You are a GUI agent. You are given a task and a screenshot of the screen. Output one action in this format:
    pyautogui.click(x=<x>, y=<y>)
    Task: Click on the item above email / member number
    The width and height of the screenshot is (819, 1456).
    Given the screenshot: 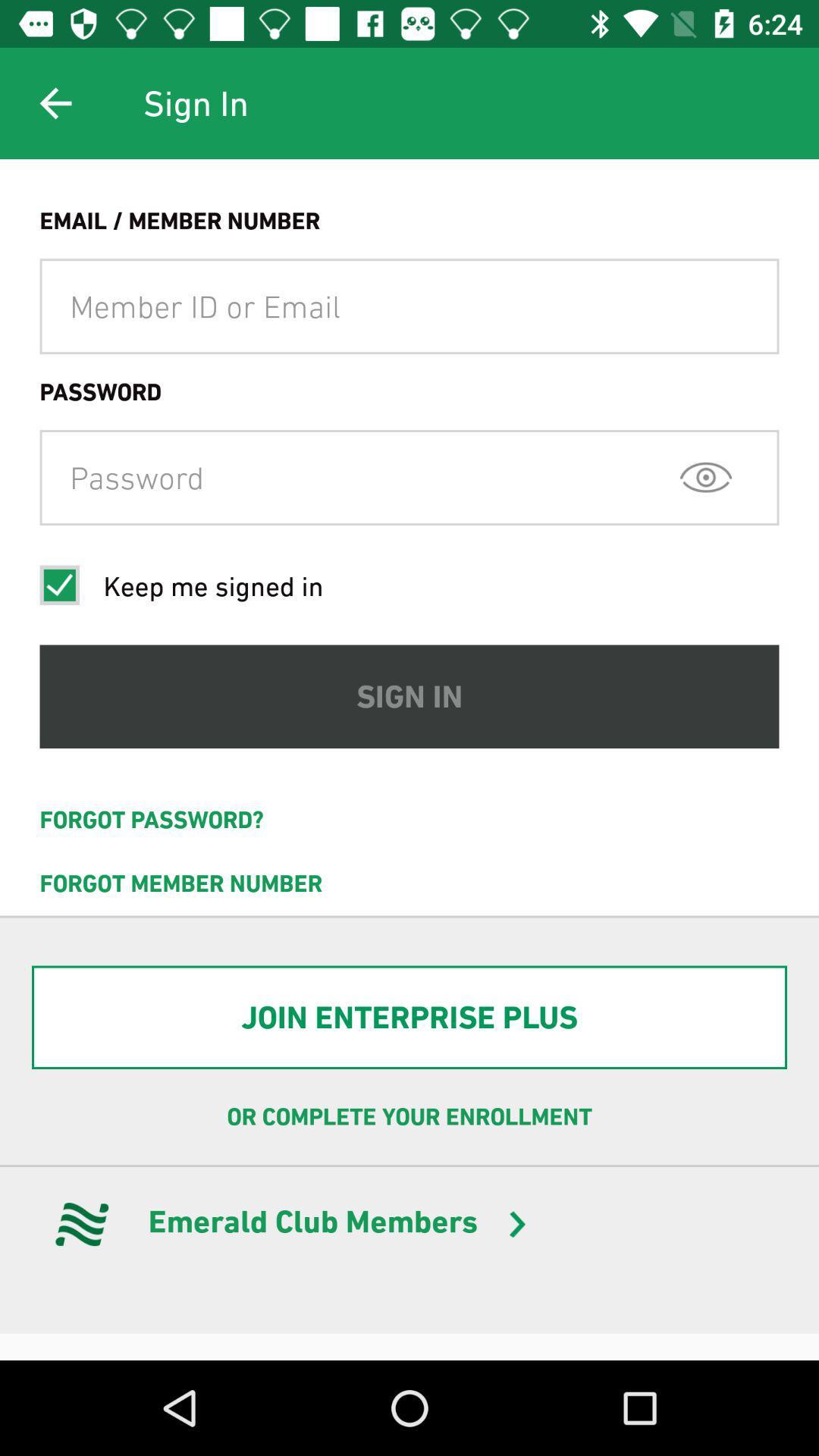 What is the action you would take?
    pyautogui.click(x=55, y=102)
    